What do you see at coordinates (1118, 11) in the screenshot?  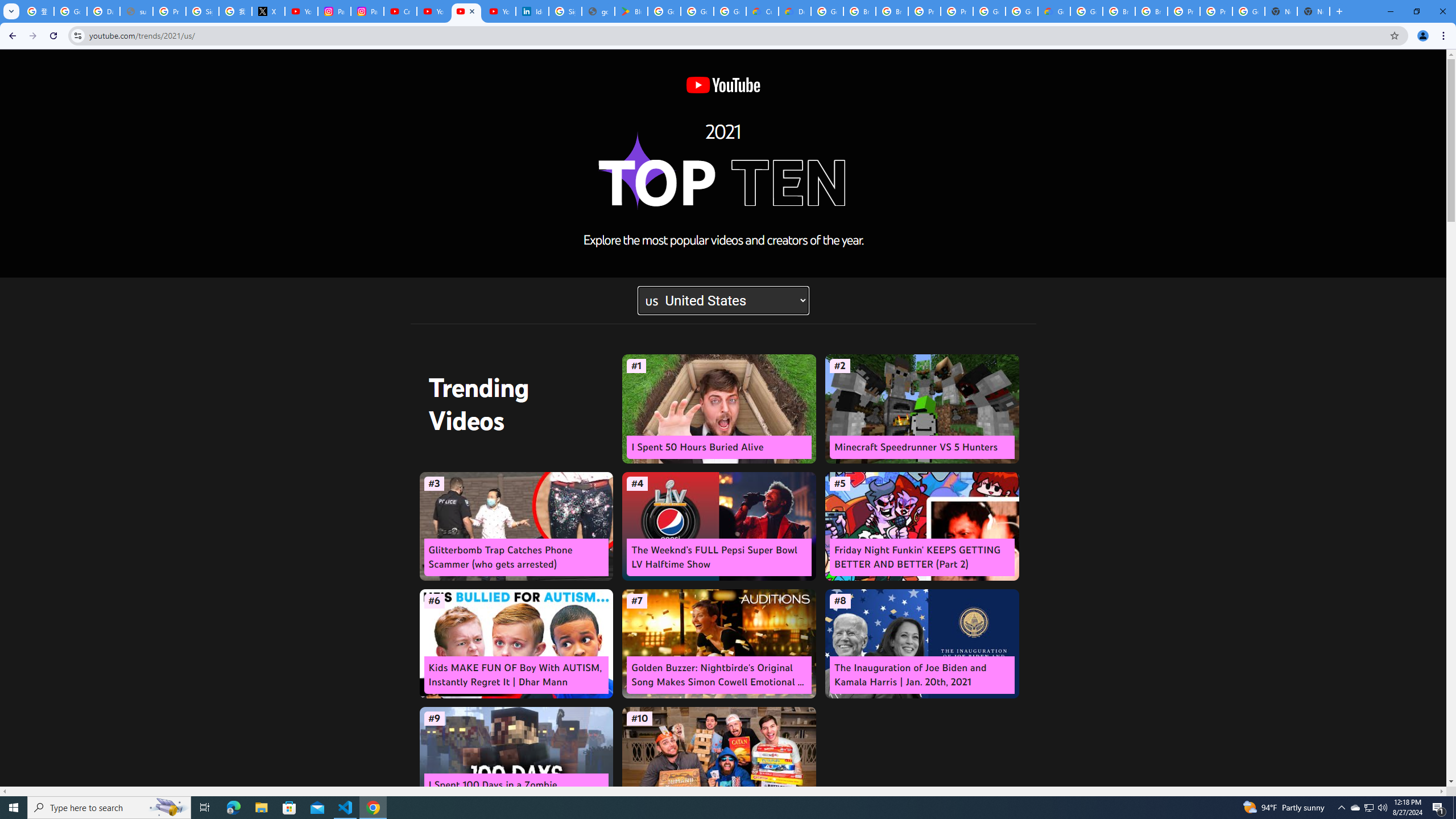 I see `'Browse Chrome as a guest - Computer - Google Chrome Help'` at bounding box center [1118, 11].